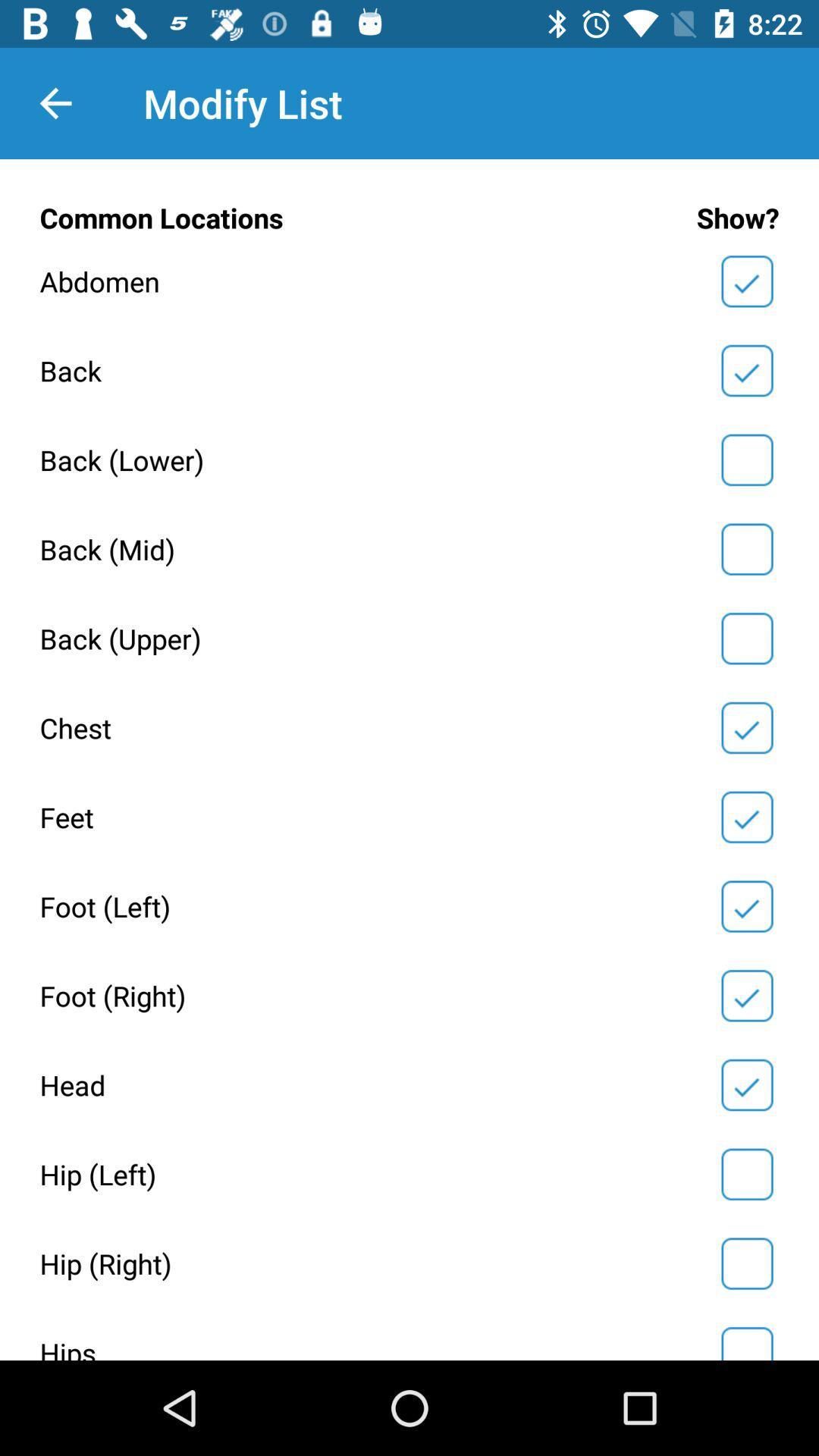 The image size is (819, 1456). I want to click on set location, so click(746, 548).